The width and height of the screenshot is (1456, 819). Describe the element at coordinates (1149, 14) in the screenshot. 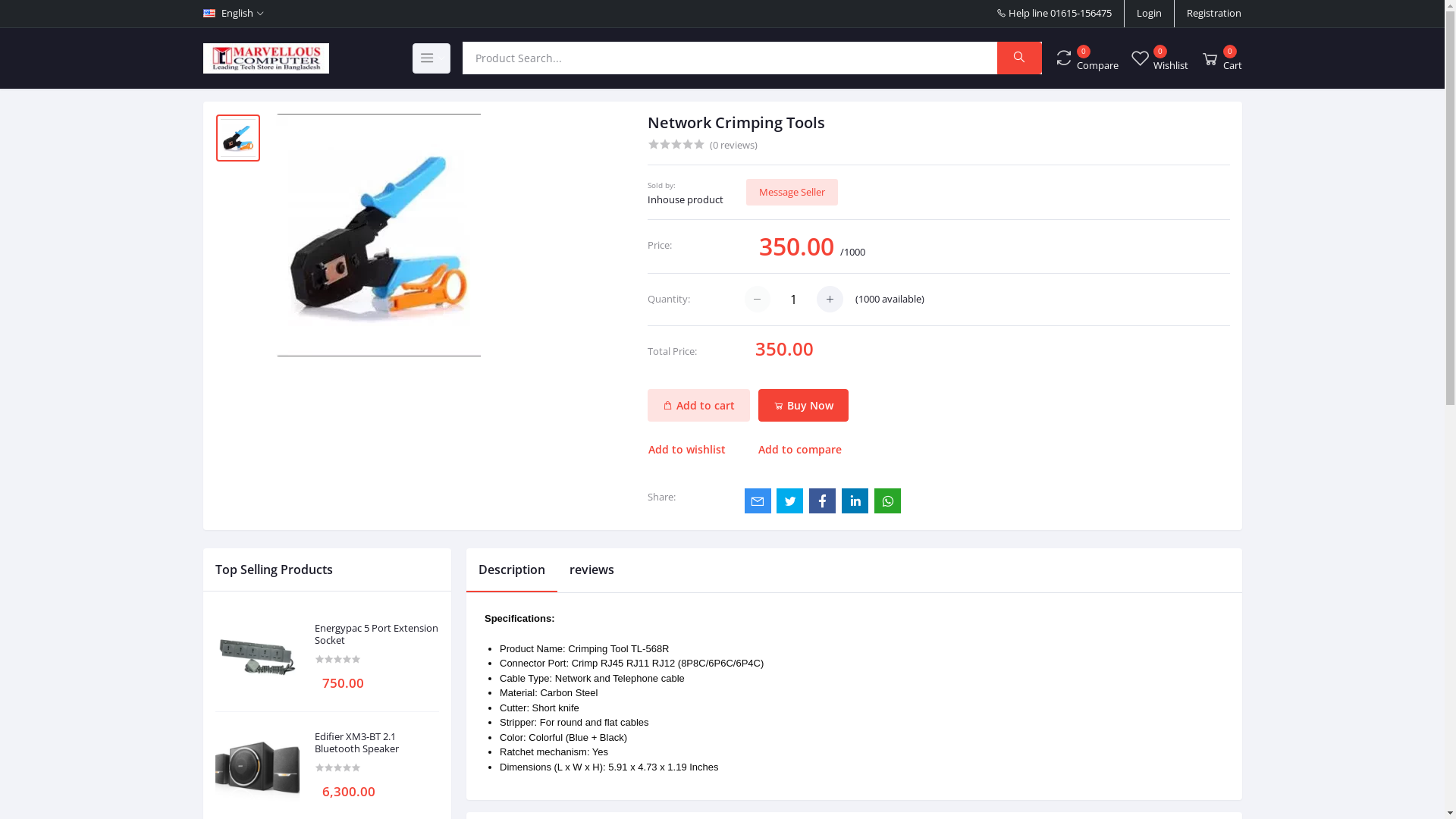

I see `'Login'` at that location.